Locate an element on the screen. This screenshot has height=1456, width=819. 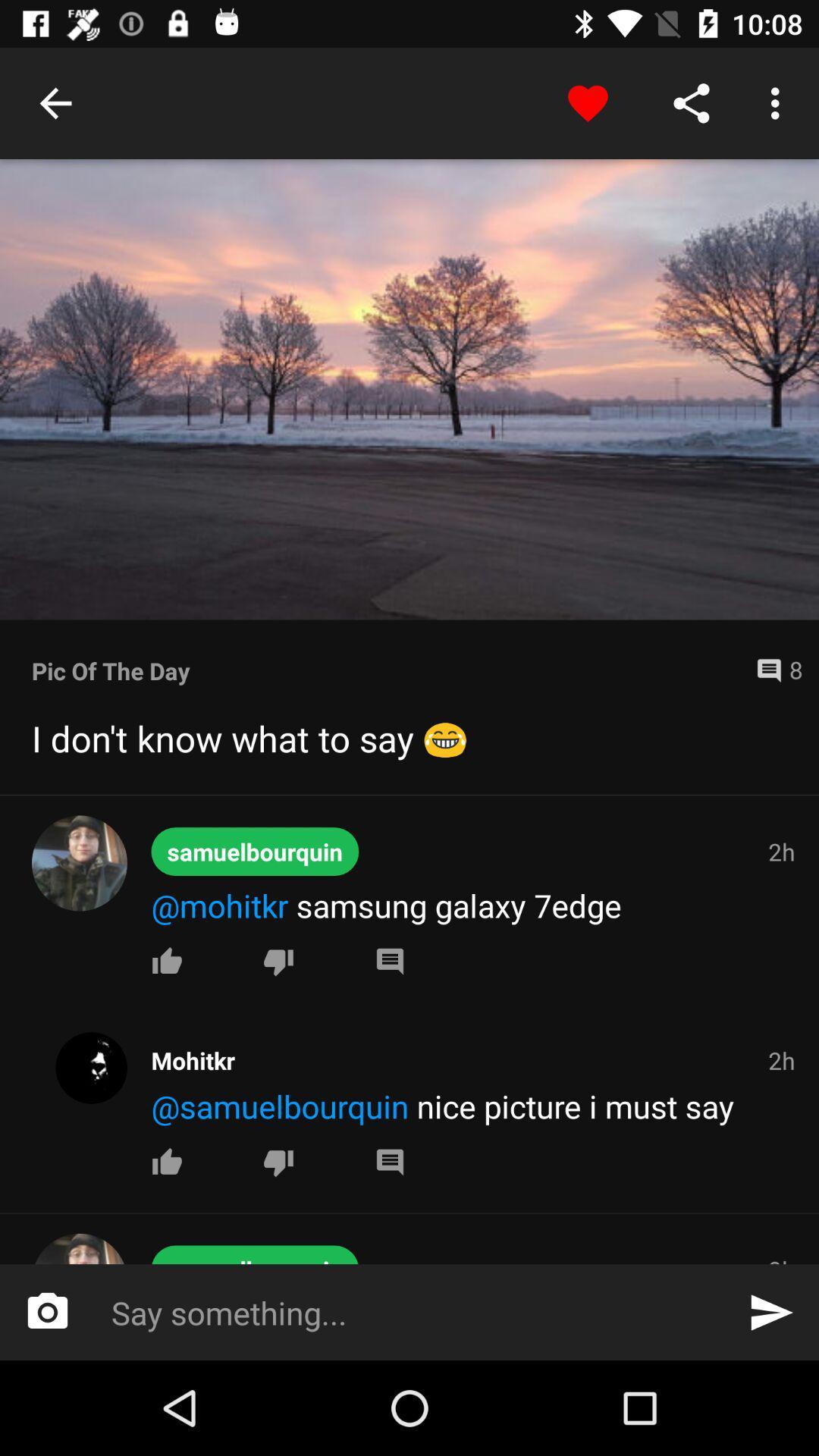
item below the 3h item is located at coordinates (771, 1312).